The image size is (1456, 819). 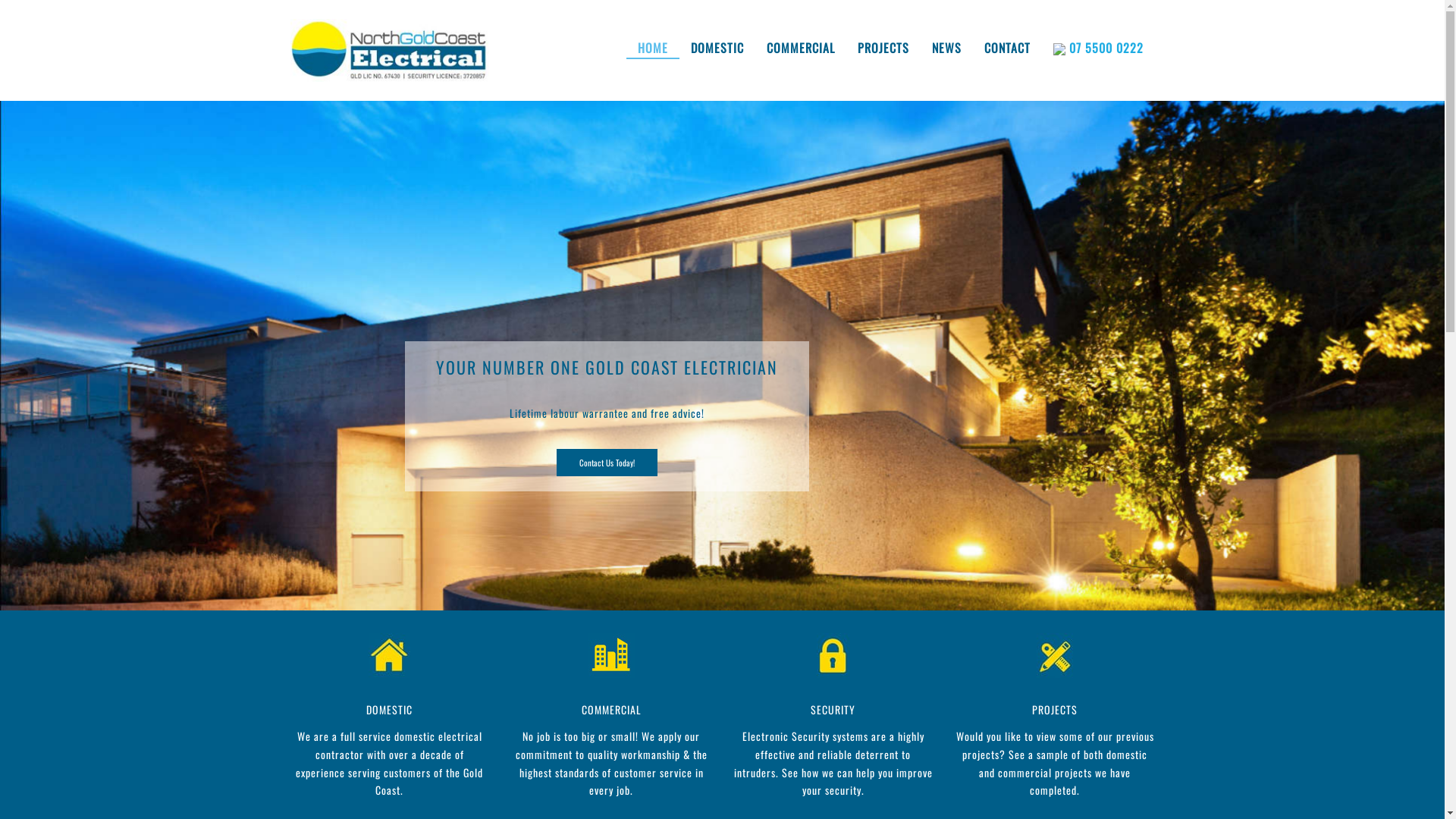 I want to click on 'PROJECTS', so click(x=1054, y=709).